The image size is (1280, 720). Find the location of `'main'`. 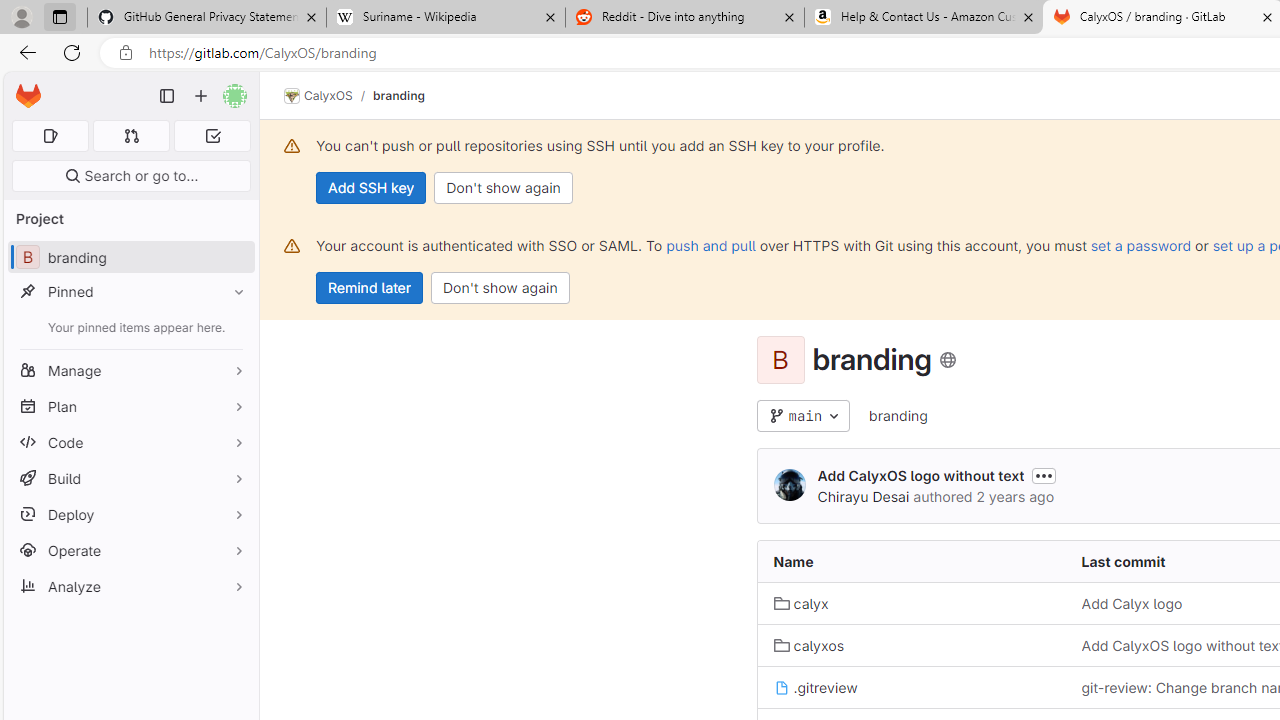

'main' is located at coordinates (803, 415).